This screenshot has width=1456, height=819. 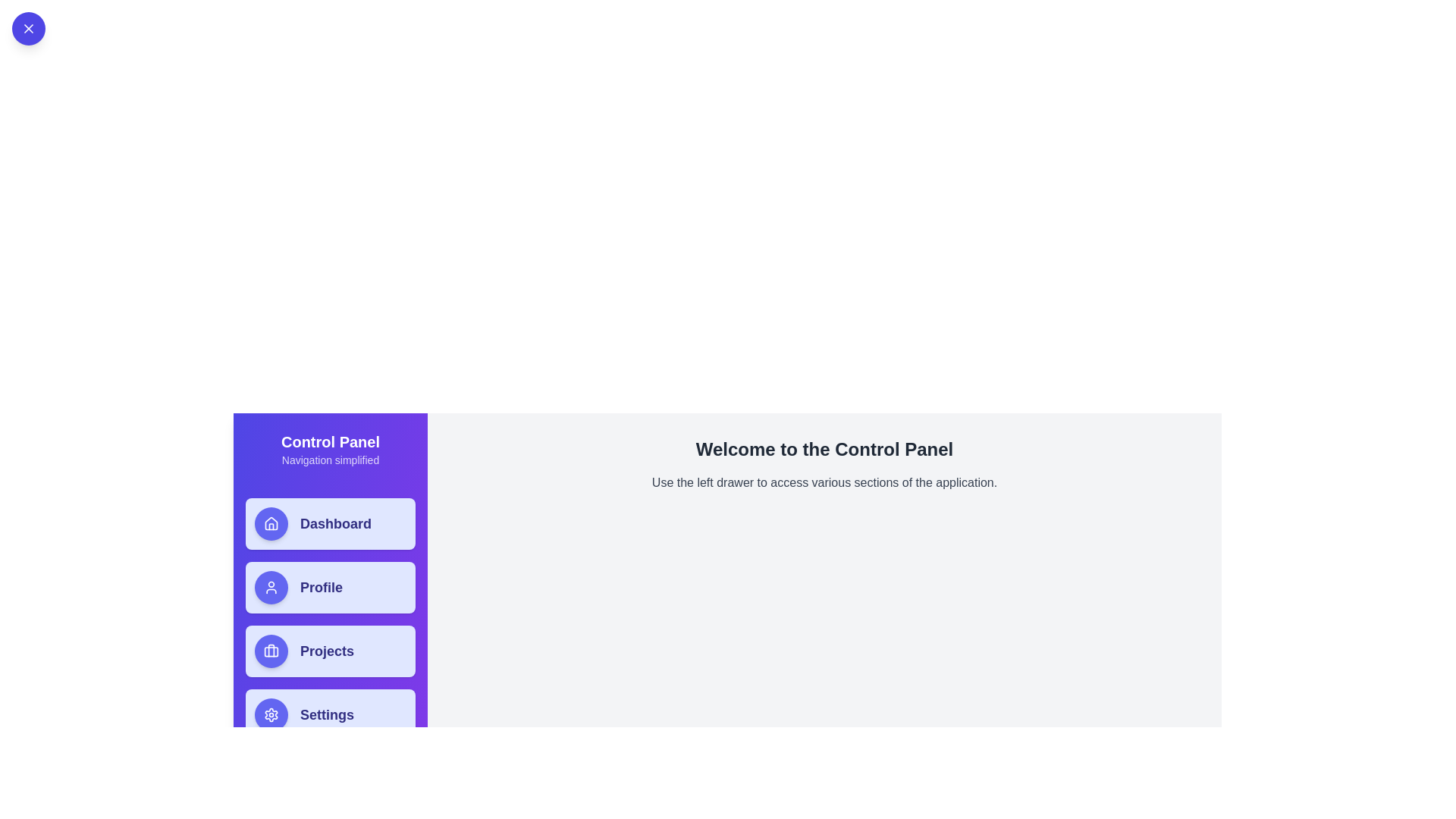 I want to click on the drawer element labeled Settings to observe its hover effect, so click(x=330, y=714).